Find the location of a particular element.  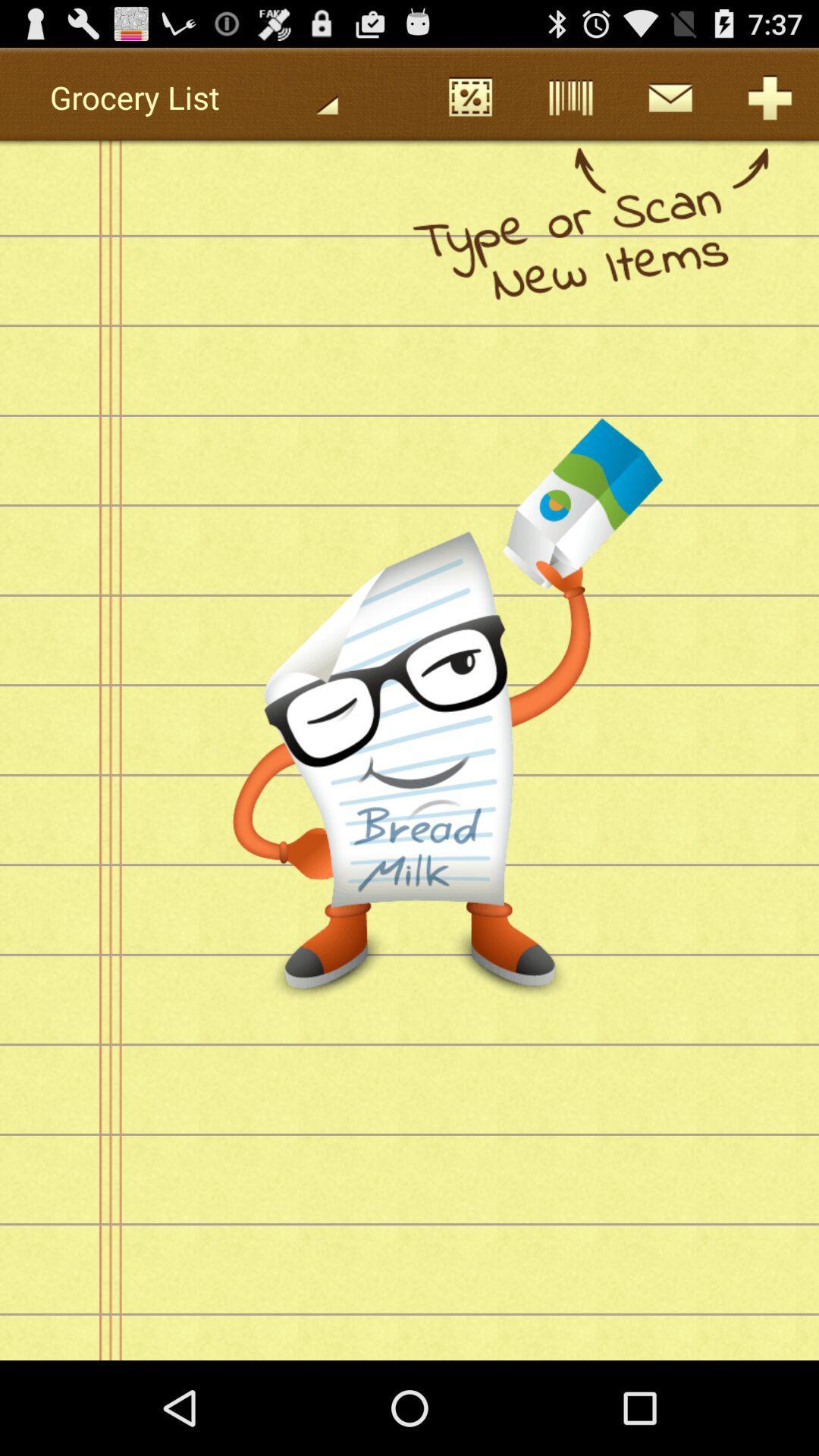

the email icon is located at coordinates (669, 103).